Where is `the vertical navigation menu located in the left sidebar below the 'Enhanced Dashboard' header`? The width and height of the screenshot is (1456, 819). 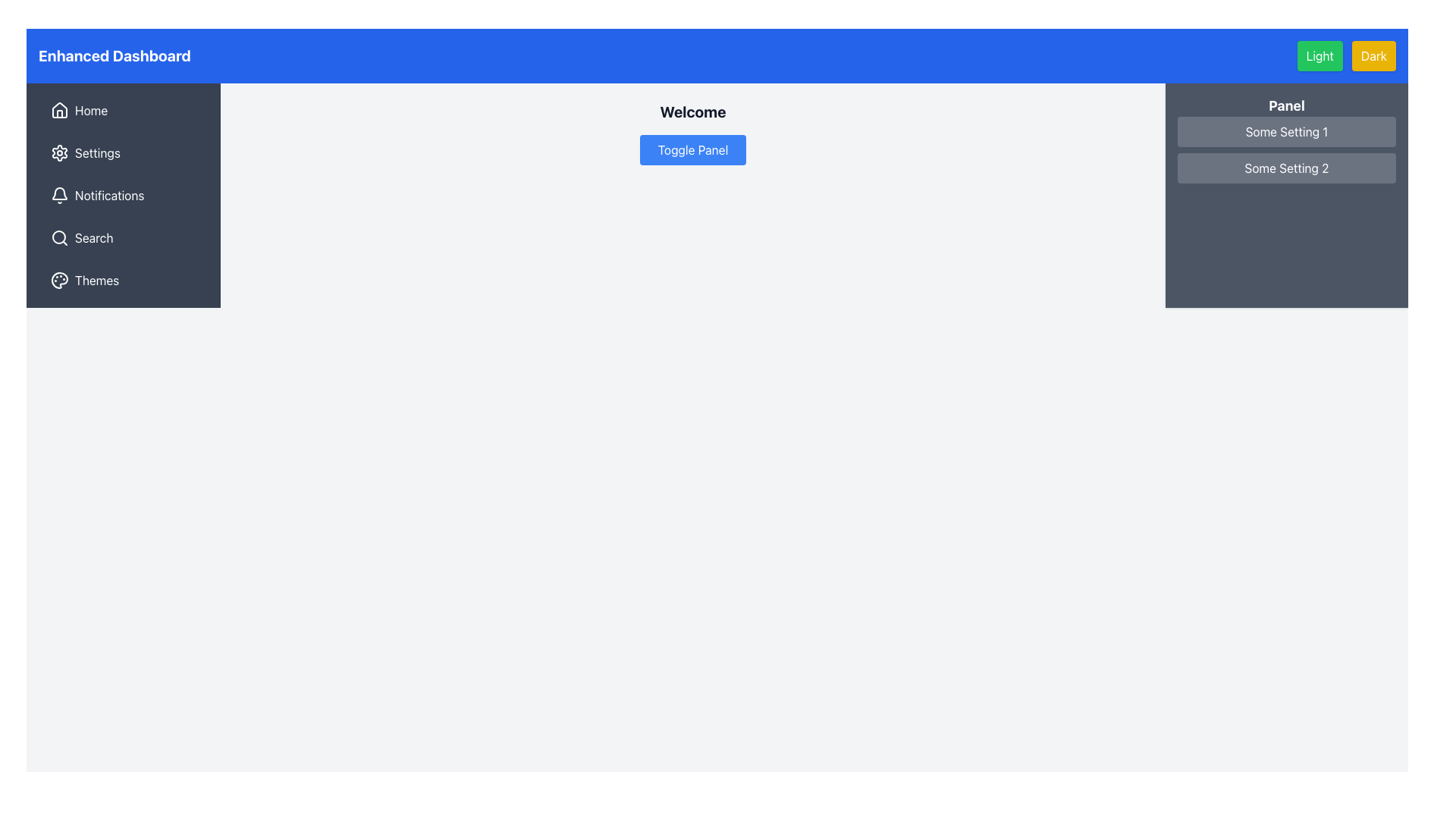
the vertical navigation menu located in the left sidebar below the 'Enhanced Dashboard' header is located at coordinates (124, 195).